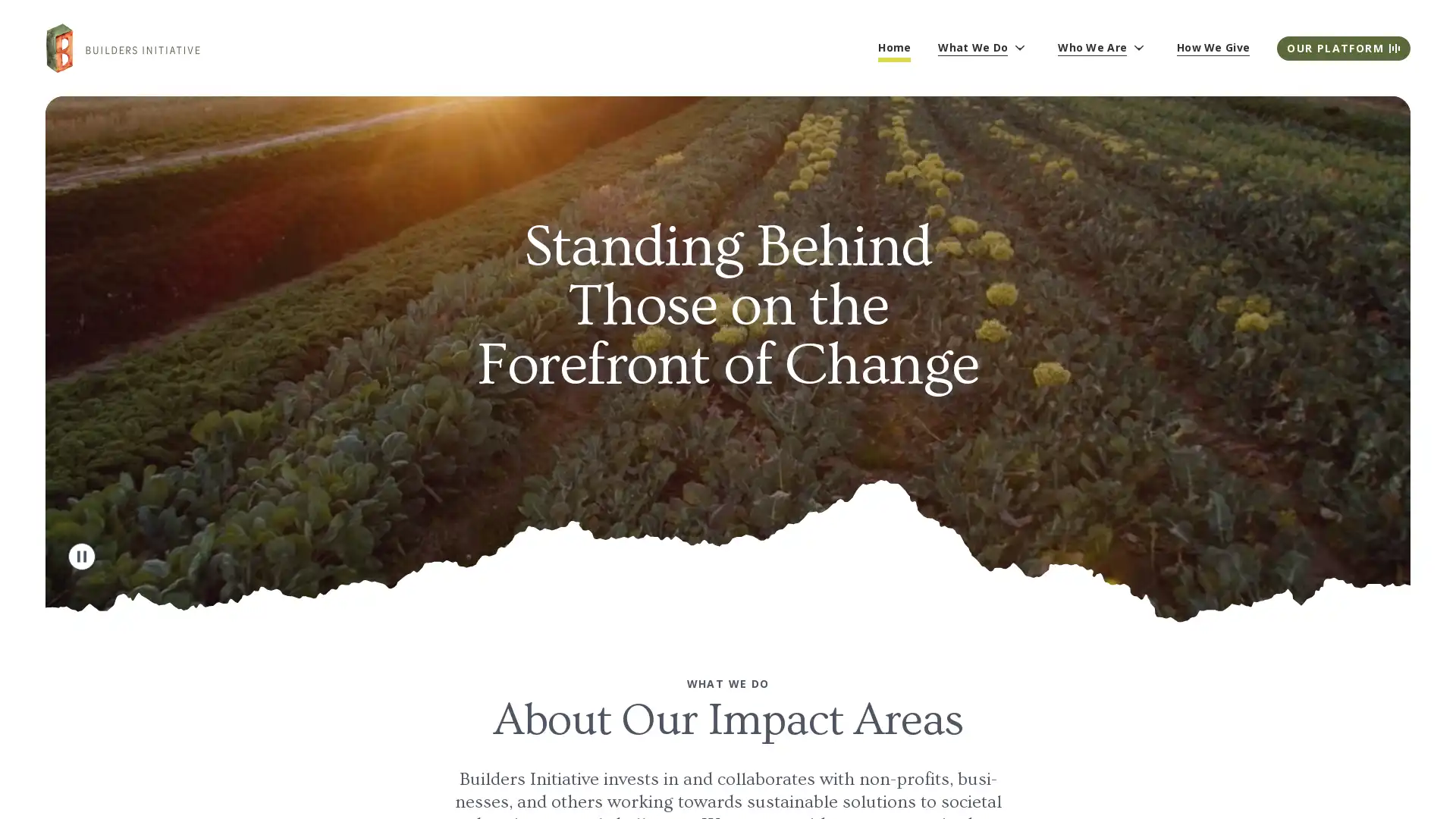 The width and height of the screenshot is (1456, 819). I want to click on Pause Video, so click(81, 555).